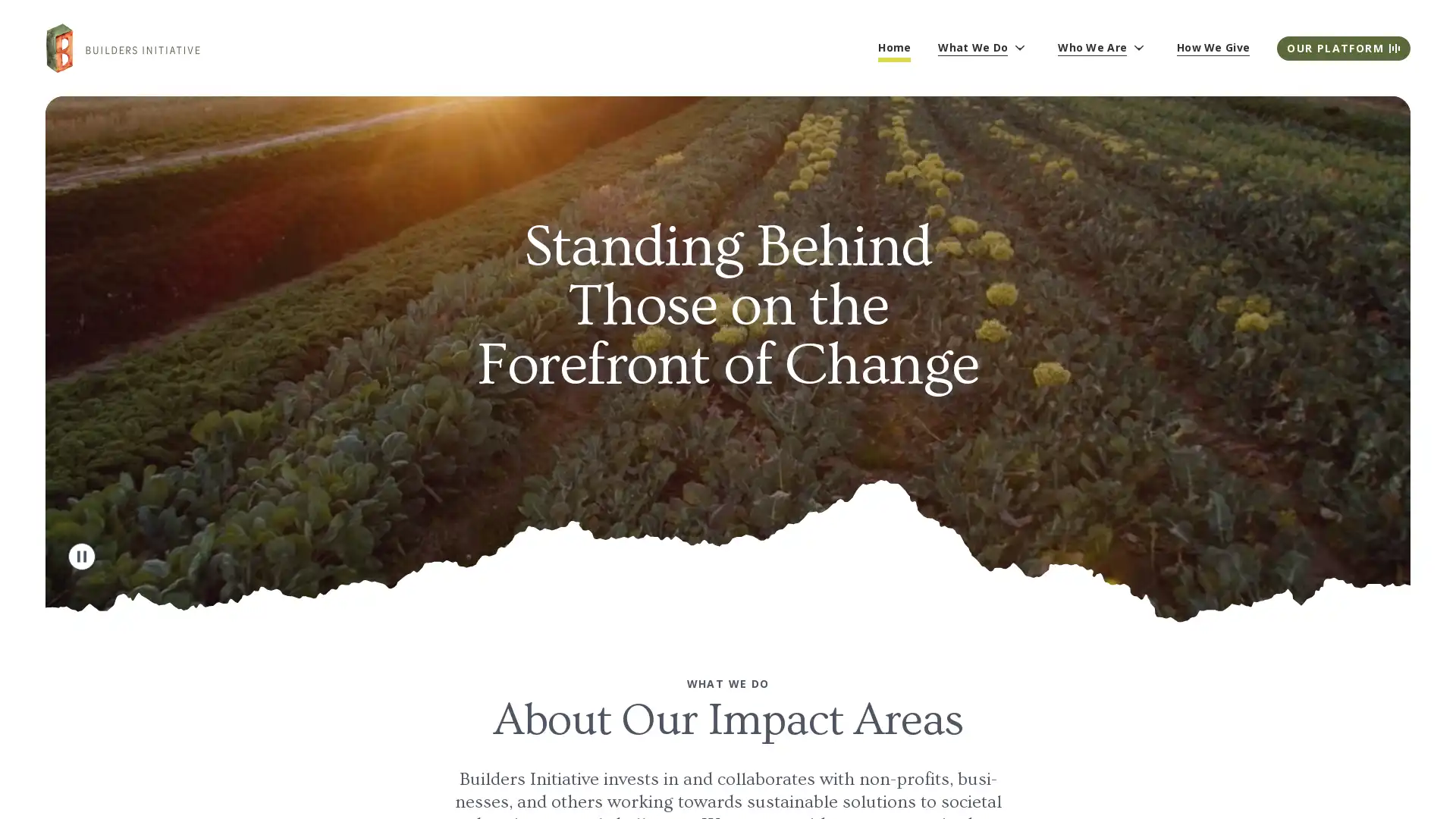 The width and height of the screenshot is (1456, 819). I want to click on Pause Video, so click(81, 555).